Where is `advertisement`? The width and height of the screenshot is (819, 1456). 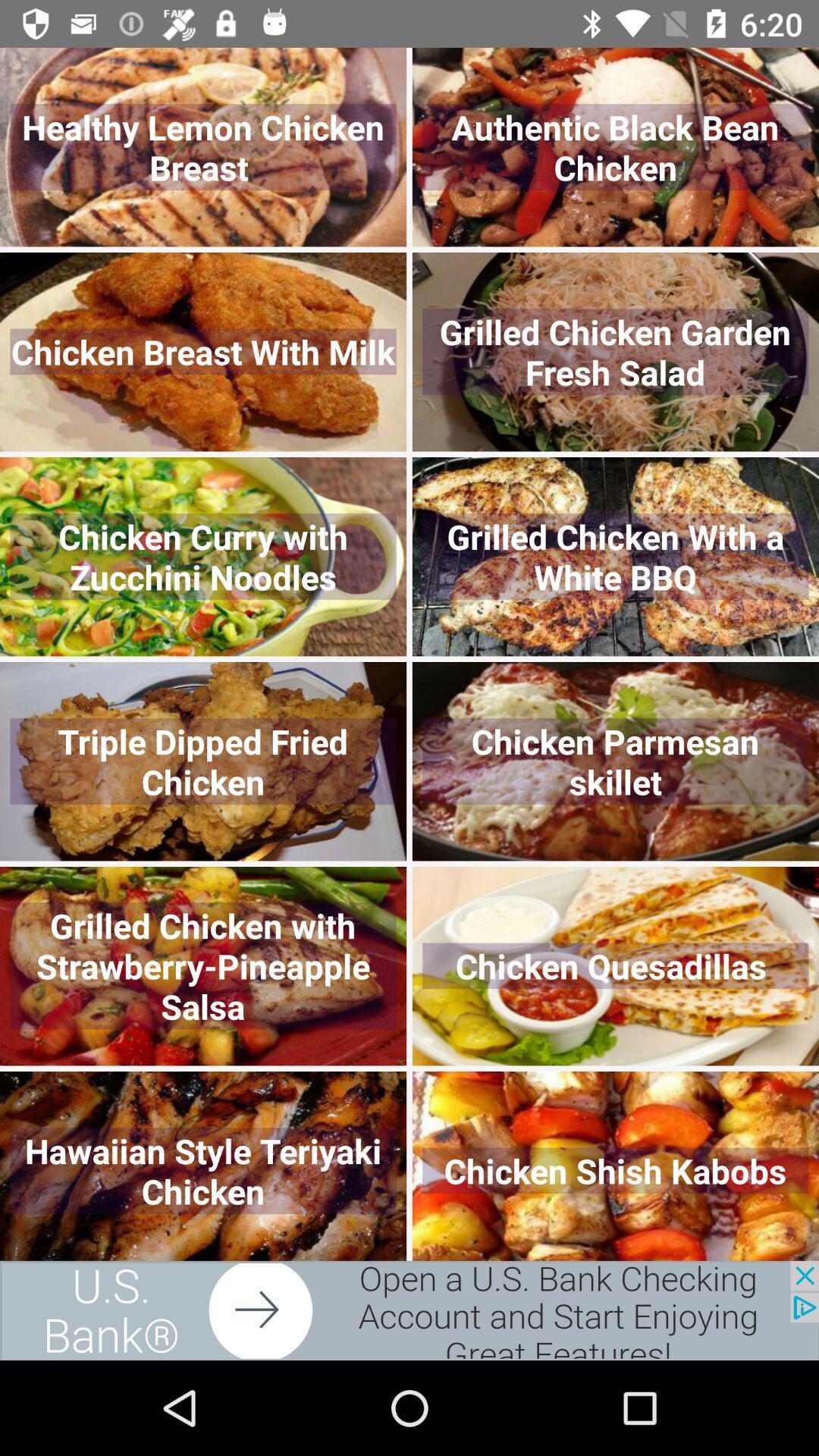 advertisement is located at coordinates (409, 1310).